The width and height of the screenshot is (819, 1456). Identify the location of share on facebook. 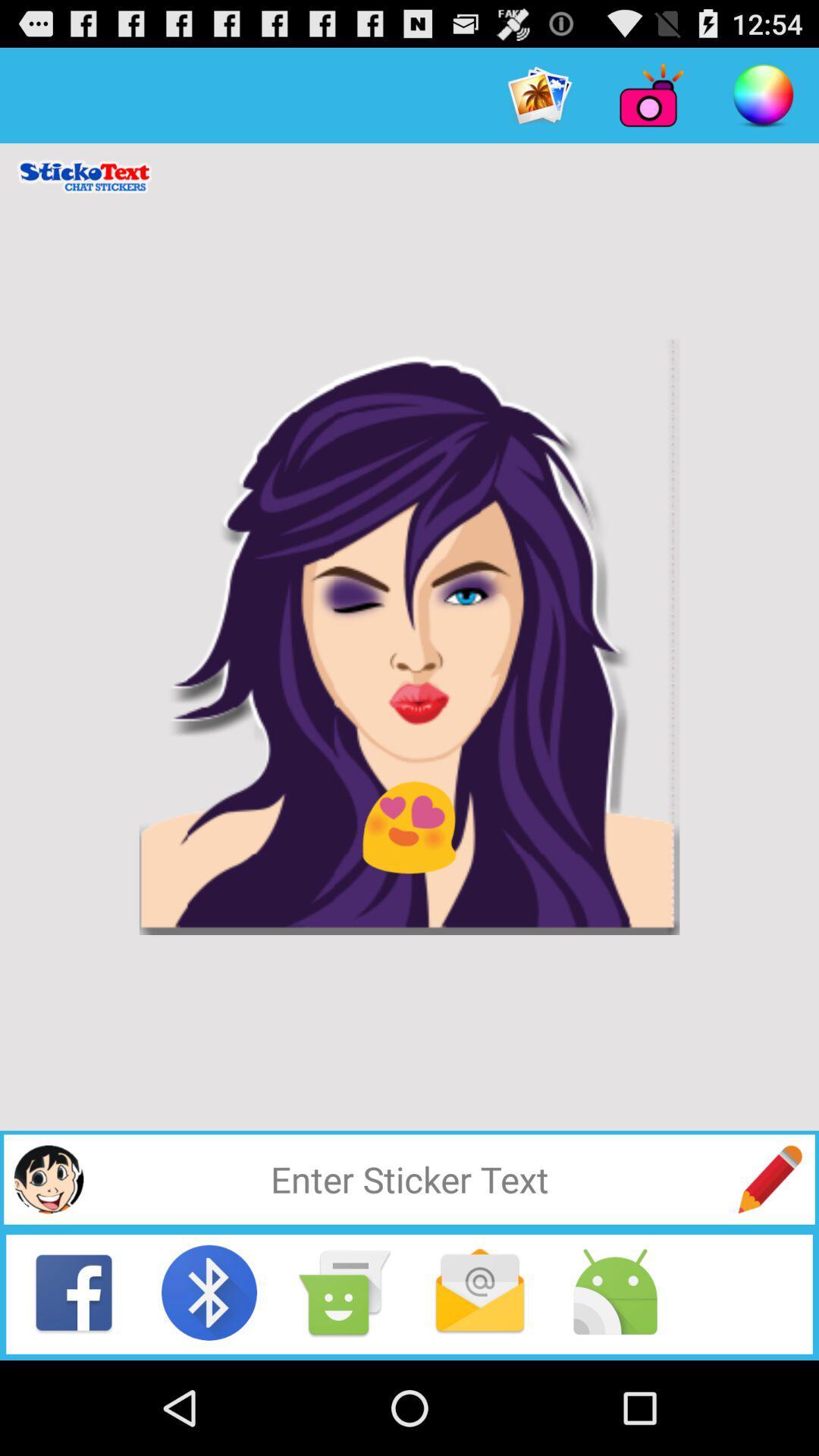
(74, 1291).